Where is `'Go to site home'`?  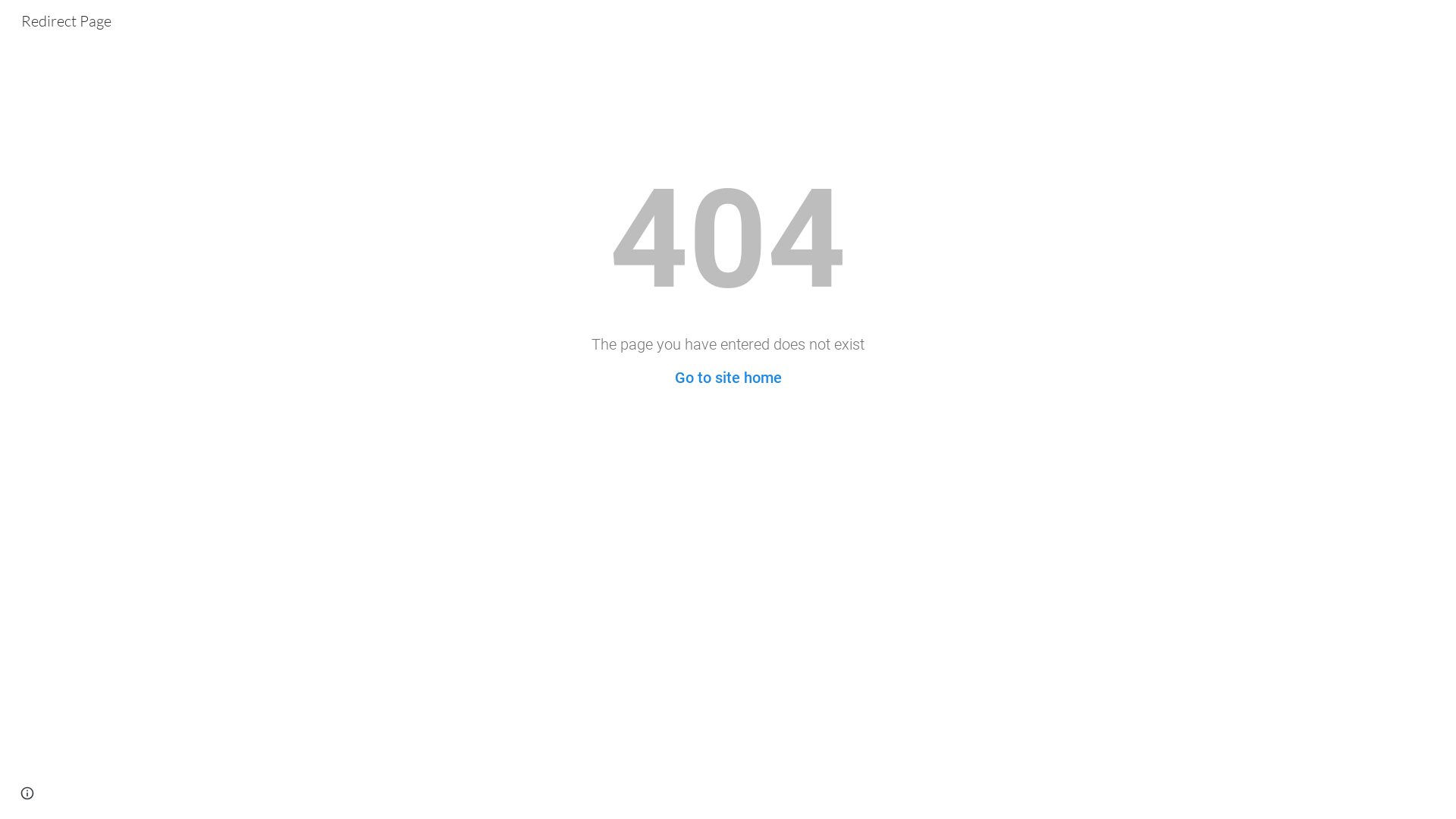
'Go to site home' is located at coordinates (728, 376).